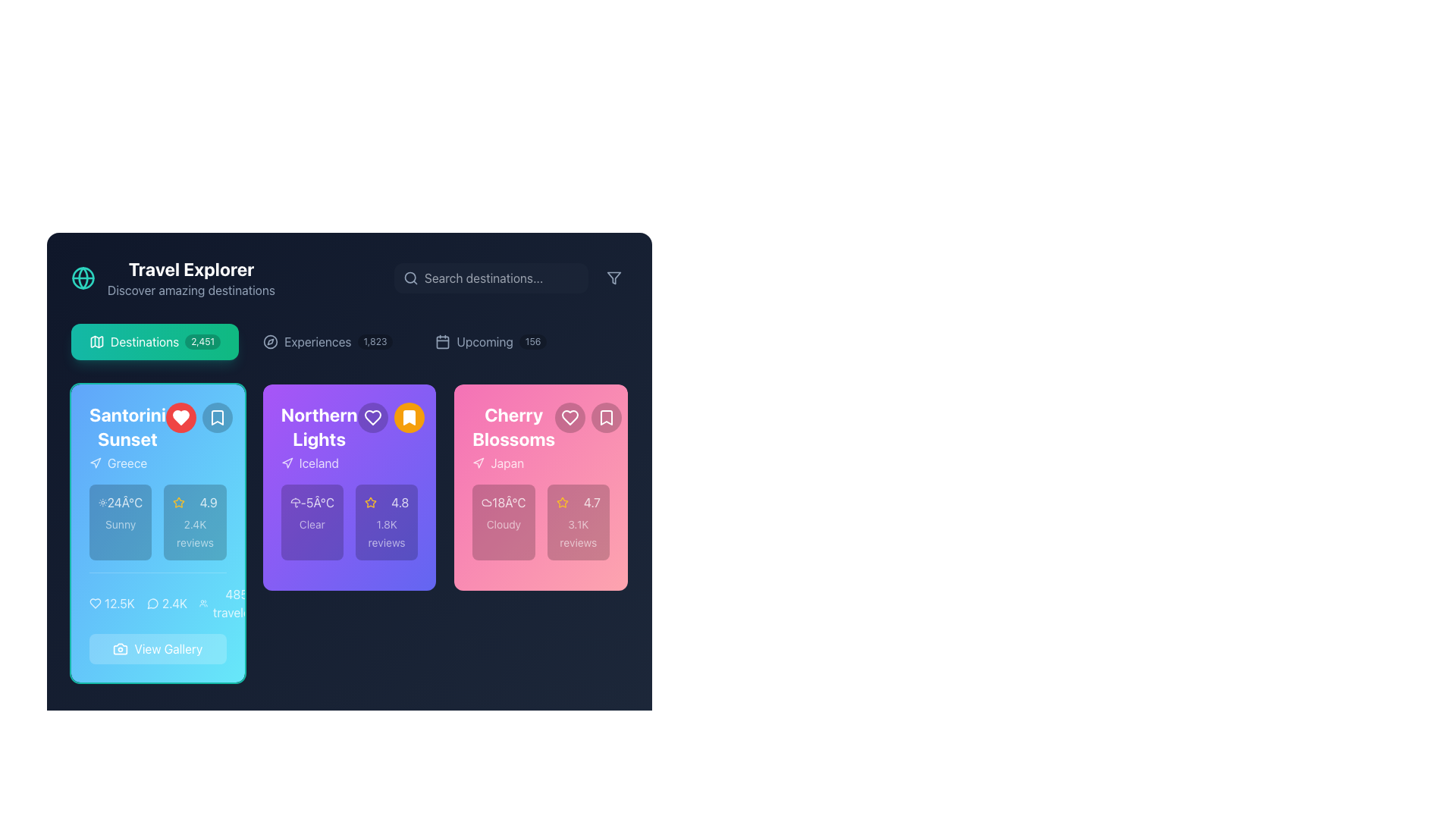  I want to click on the grid-based informational display component that shows the temperature '18°C', weather condition 'Cloudy', rating '4.7', and '3.1K reviews' located in the 'Cherry Blossoms' card, so click(541, 522).